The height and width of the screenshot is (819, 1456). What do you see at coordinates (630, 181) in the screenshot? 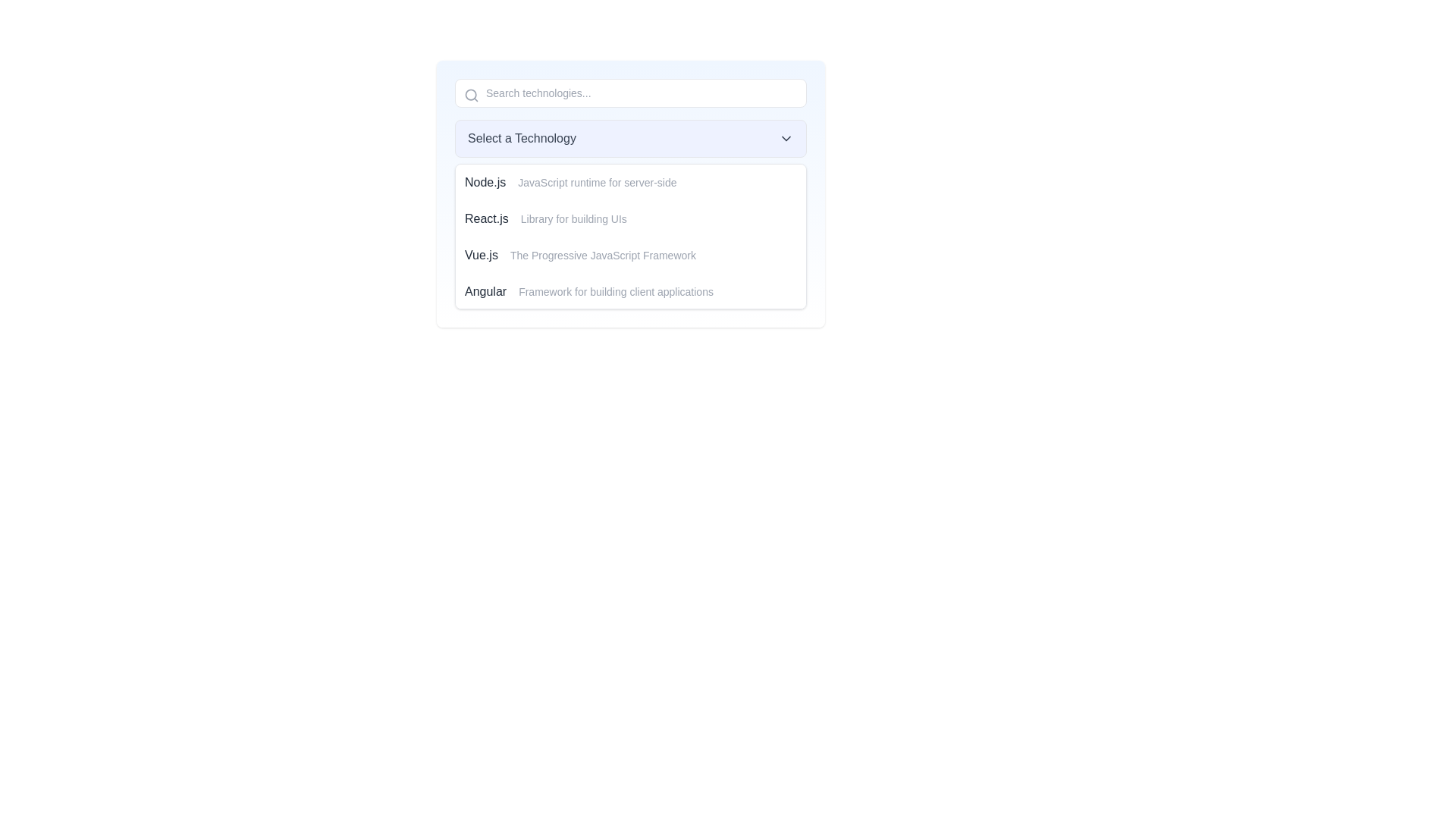
I see `the first item in the dropdown list which displays 'Node.js' in bold black text, followed by a smaller gray description 'JavaScript runtime for server-side'` at bounding box center [630, 181].